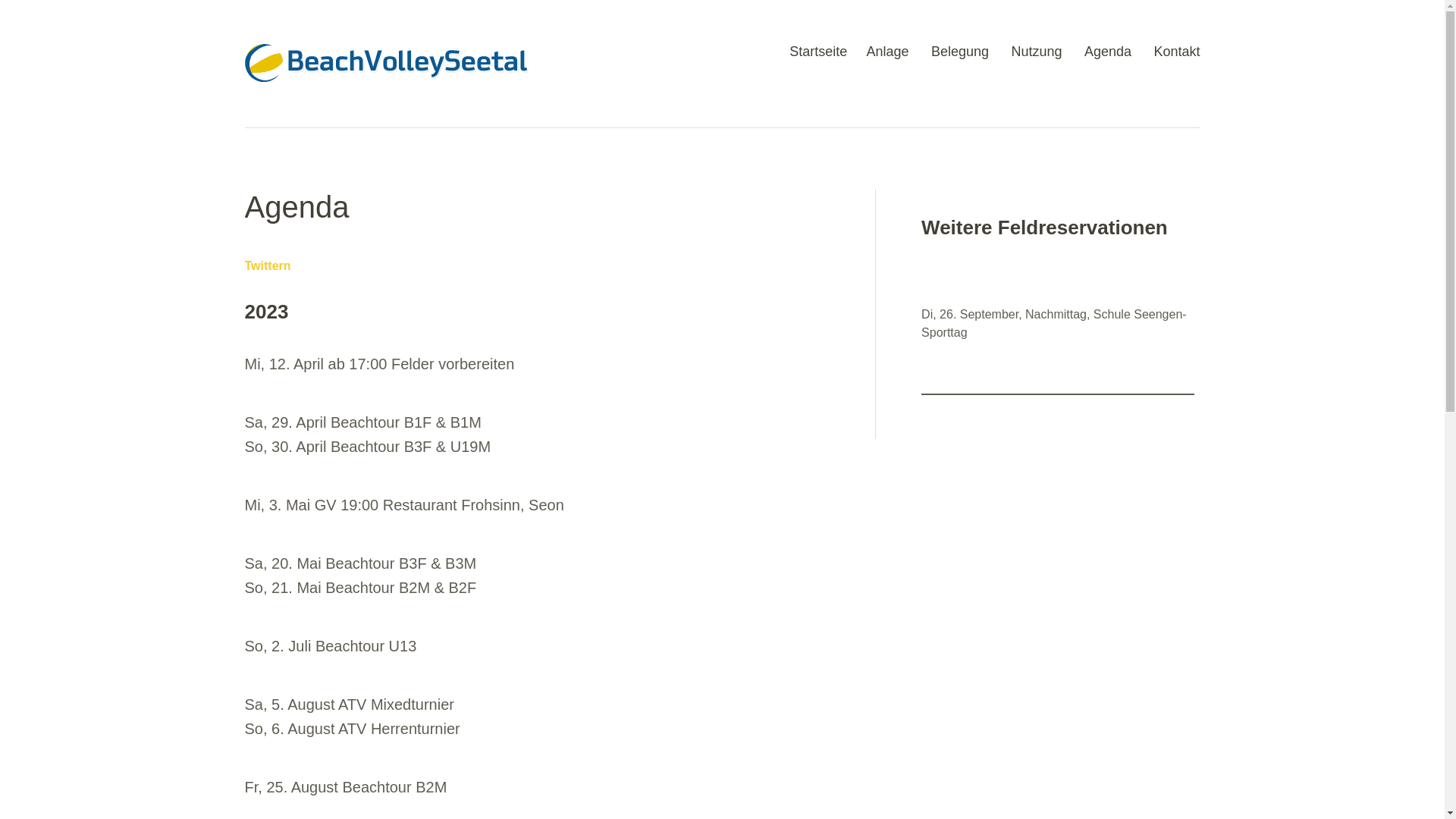 Image resolution: width=1456 pixels, height=819 pixels. I want to click on 'BeachVolleySeetal', so click(385, 85).